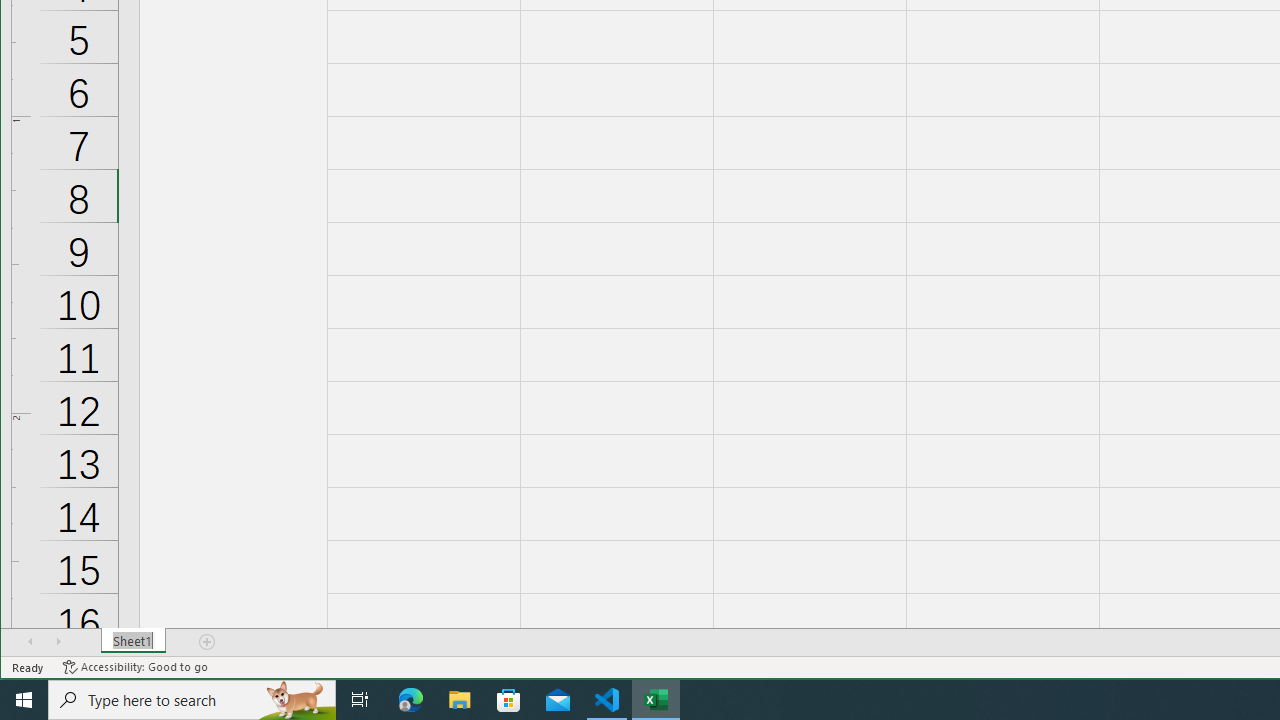 The width and height of the screenshot is (1280, 720). I want to click on 'File Explorer', so click(459, 698).